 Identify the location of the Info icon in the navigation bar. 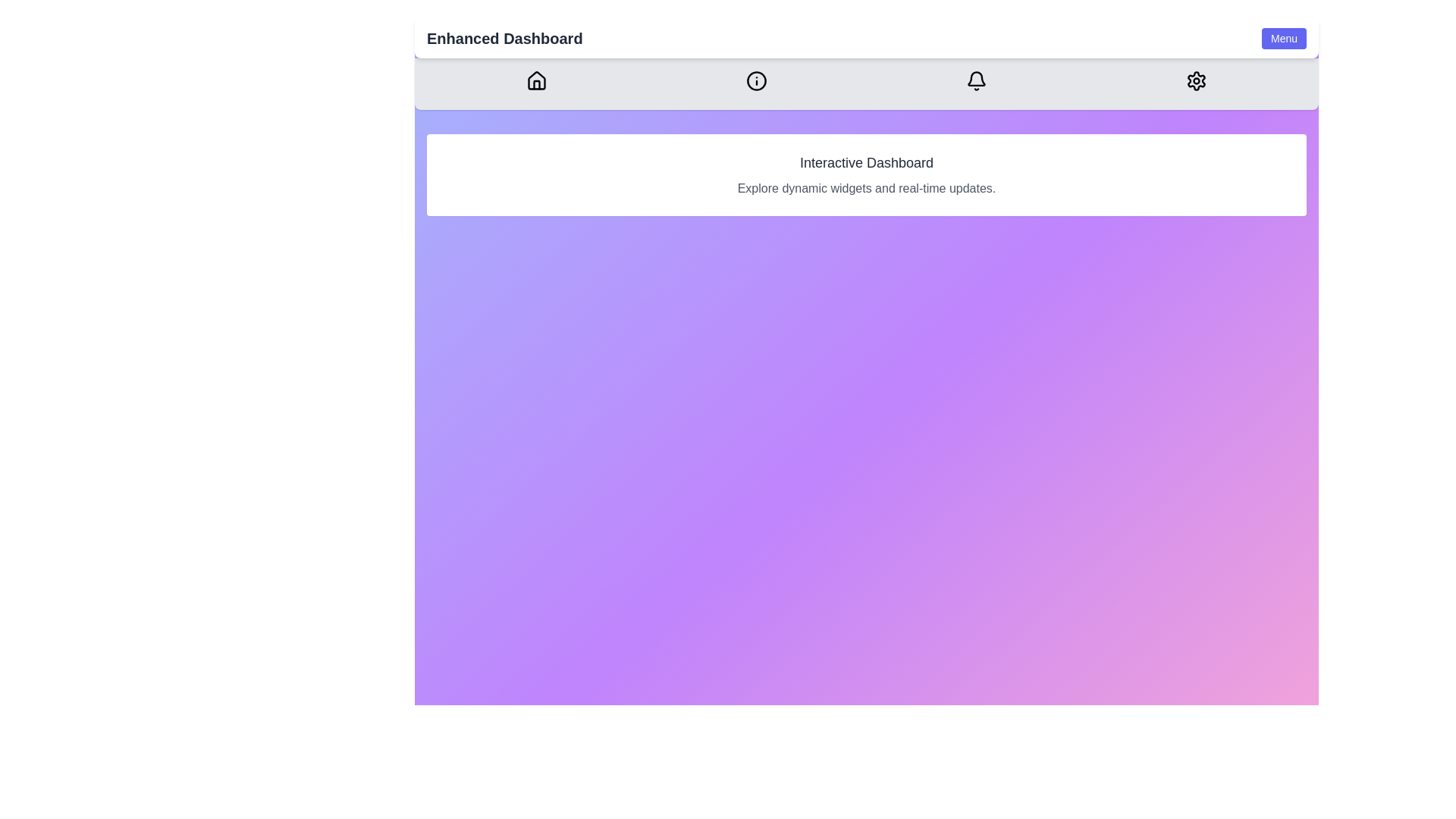
(757, 81).